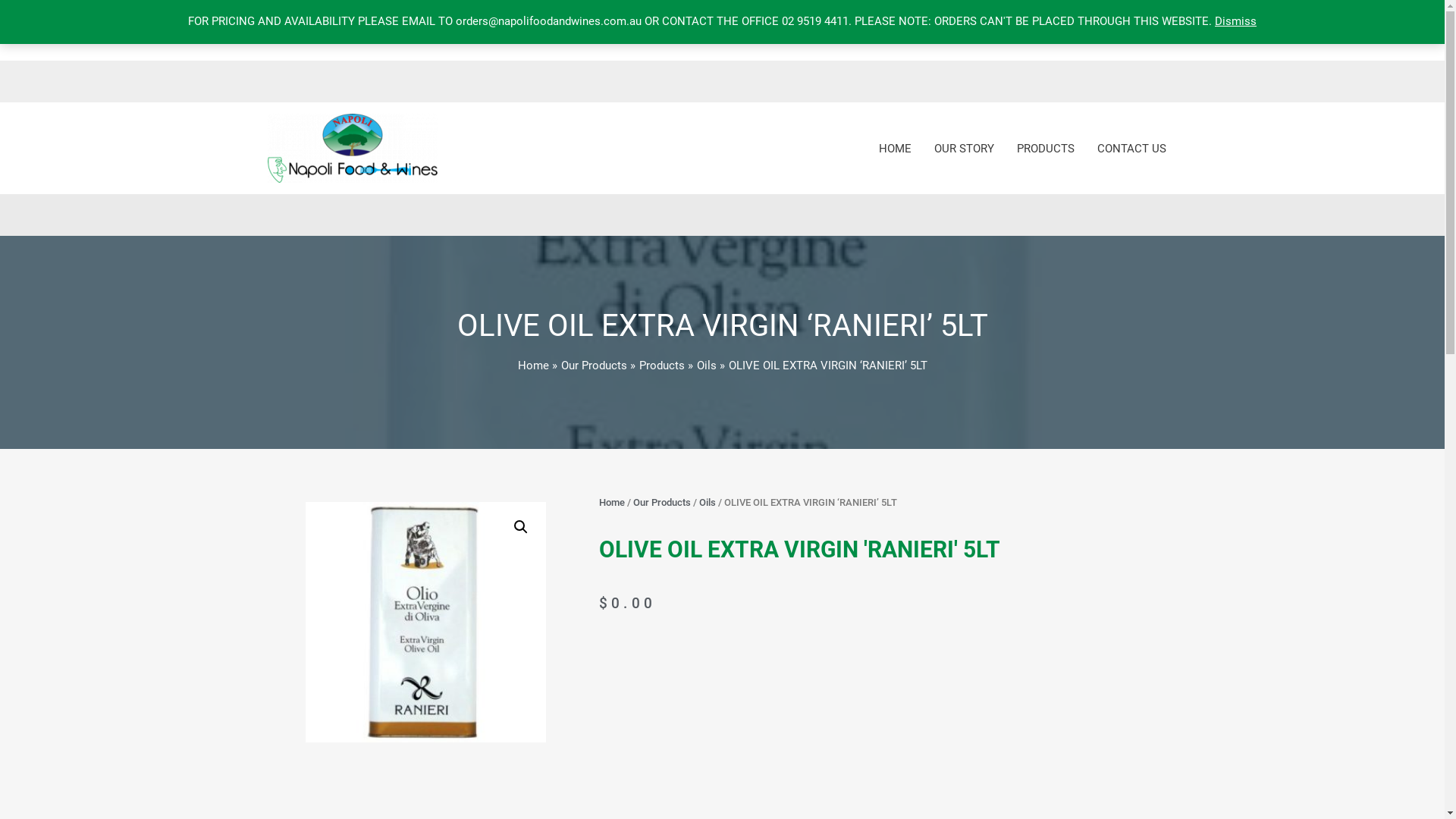 This screenshot has width=1456, height=819. What do you see at coordinates (895, 148) in the screenshot?
I see `'HOME'` at bounding box center [895, 148].